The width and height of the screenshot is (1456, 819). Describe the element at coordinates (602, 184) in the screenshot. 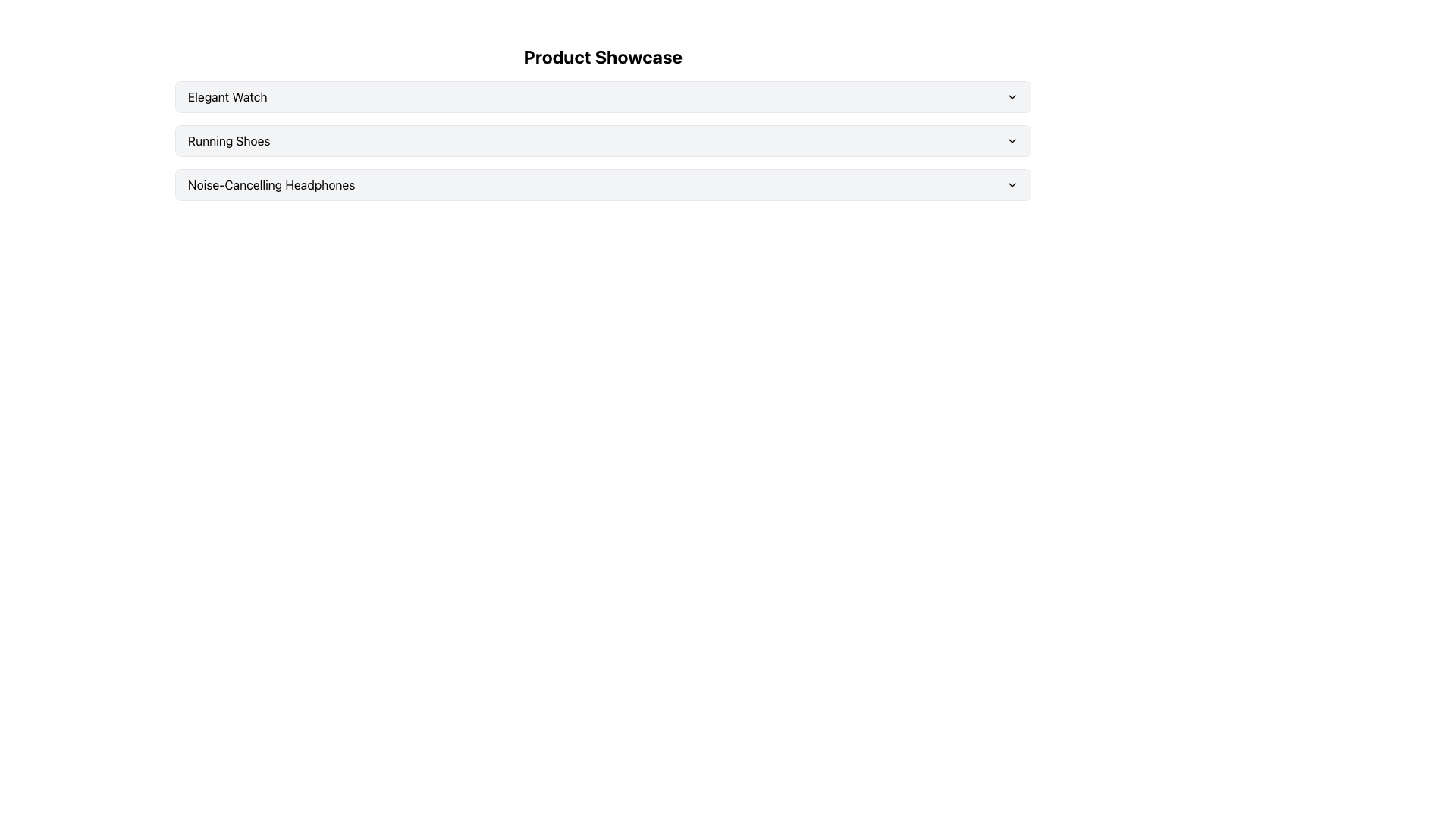

I see `the selectable item in the dropdown menu related to 'Noise-Cancelling Headphones'` at that location.